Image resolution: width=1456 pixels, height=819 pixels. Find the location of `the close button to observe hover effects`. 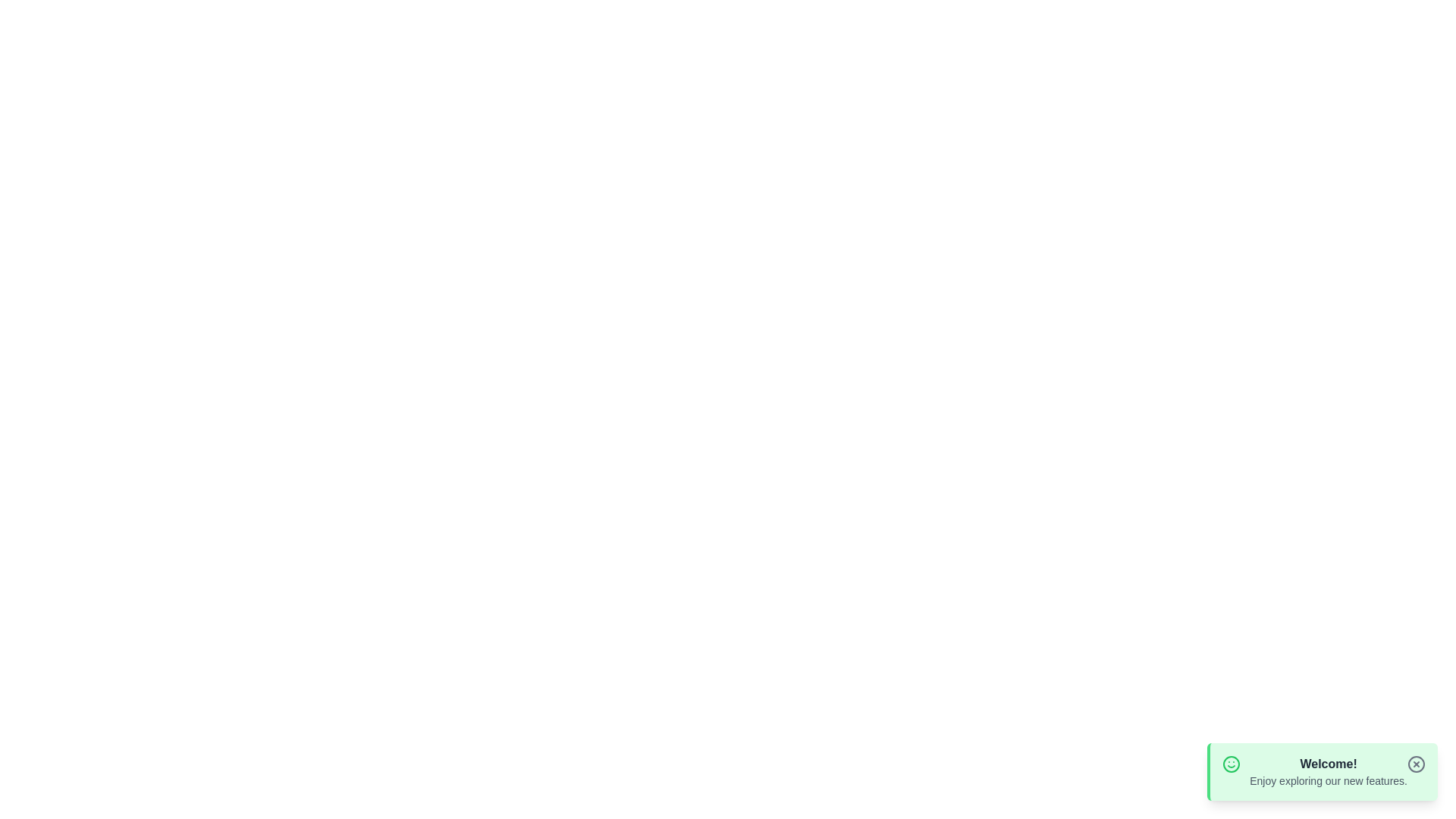

the close button to observe hover effects is located at coordinates (1415, 764).